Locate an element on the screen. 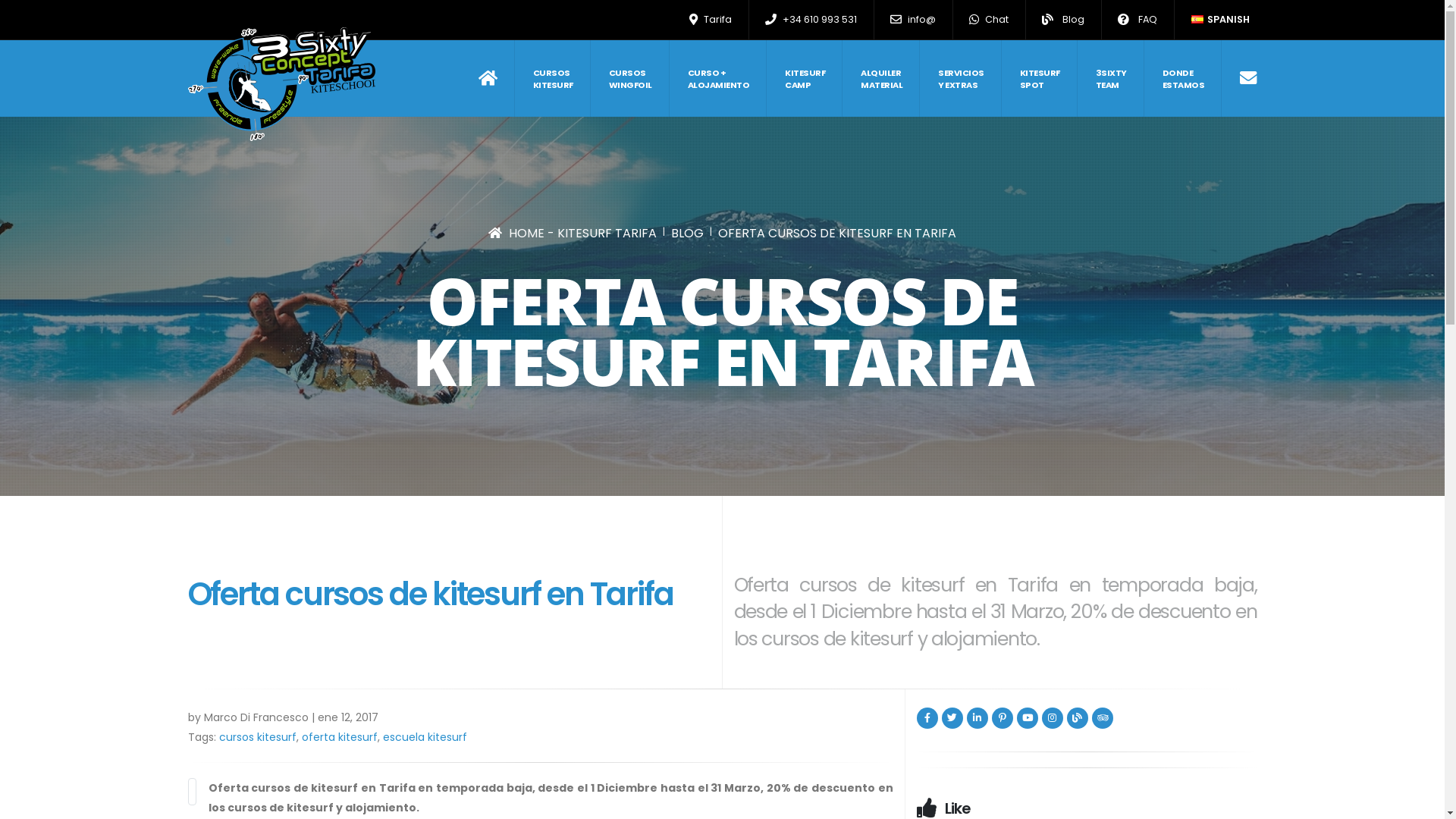 The height and width of the screenshot is (819, 1456). 'Blog' is located at coordinates (1065, 717).